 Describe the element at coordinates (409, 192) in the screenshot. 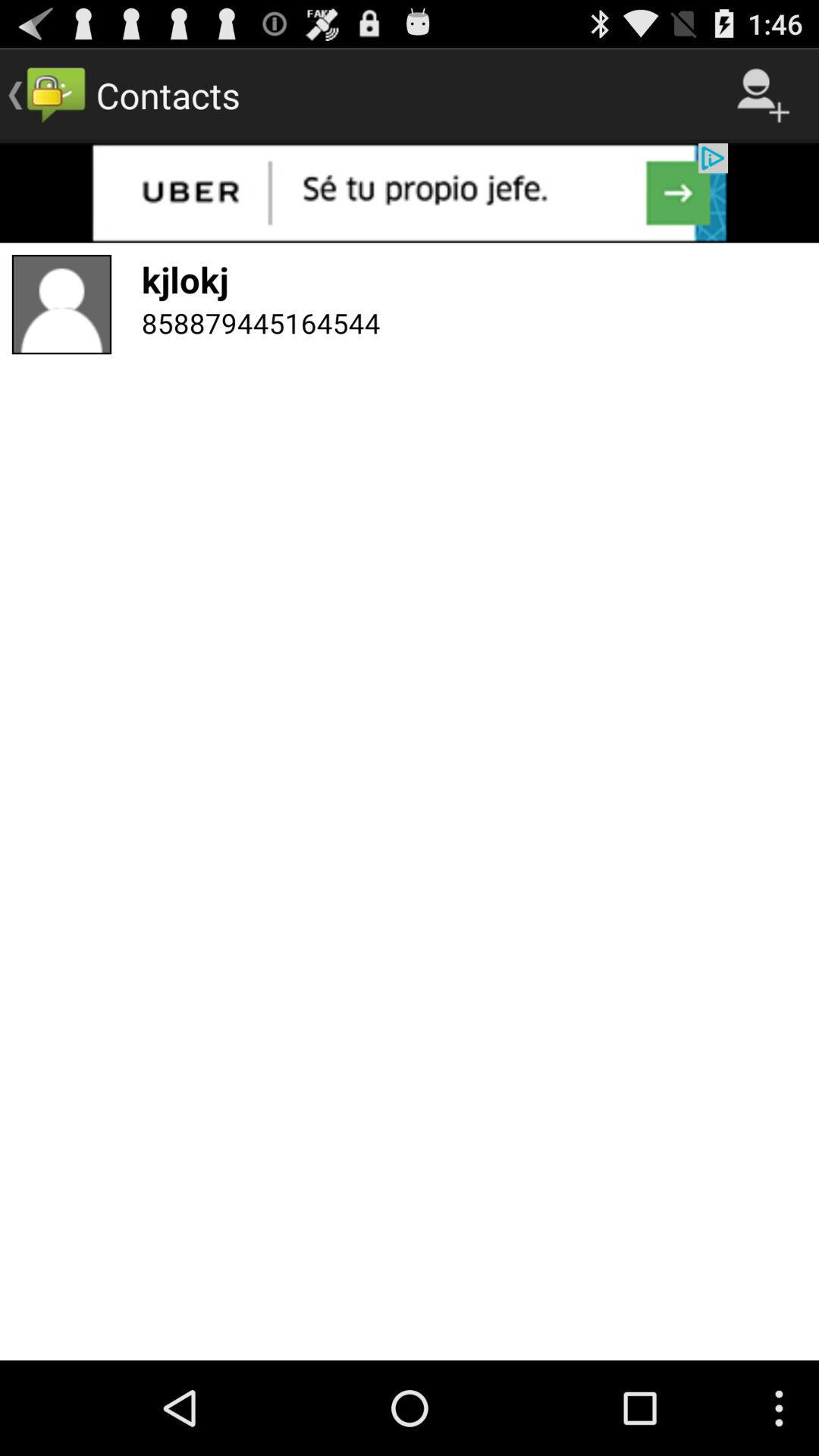

I see `advertisement link` at that location.